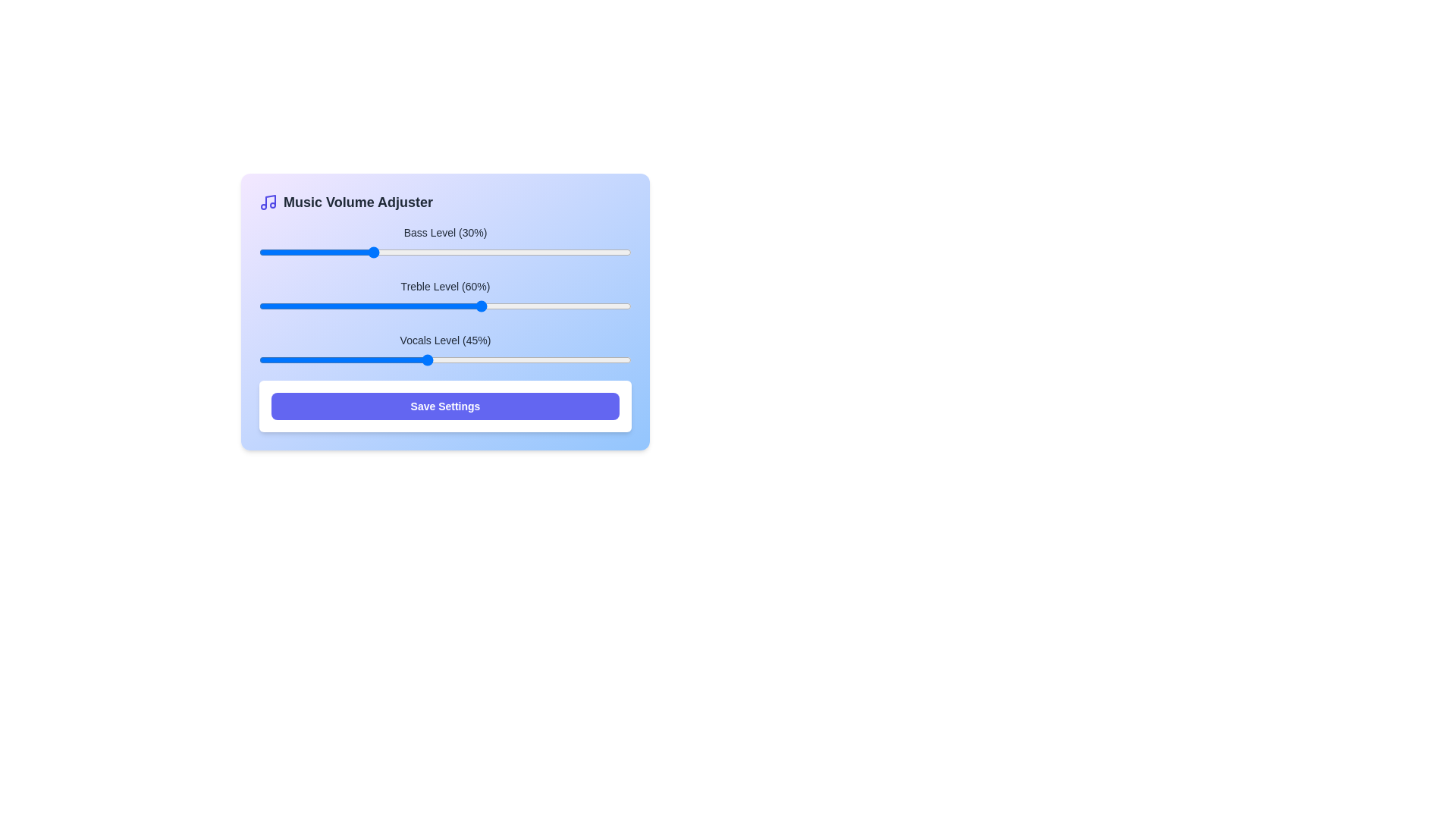  Describe the element at coordinates (563, 251) in the screenshot. I see `the bass level` at that location.